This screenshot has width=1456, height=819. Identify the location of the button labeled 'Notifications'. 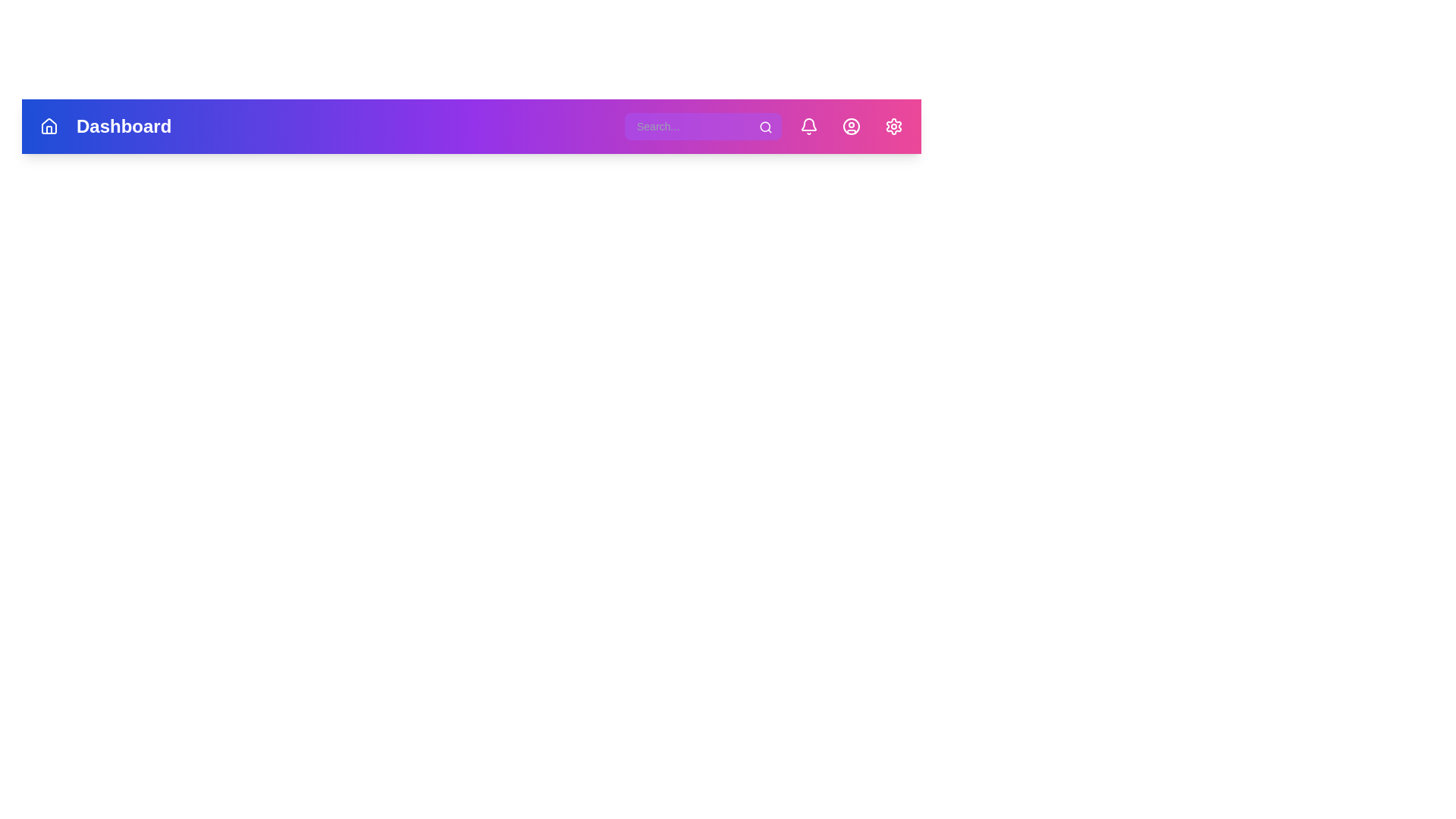
(808, 125).